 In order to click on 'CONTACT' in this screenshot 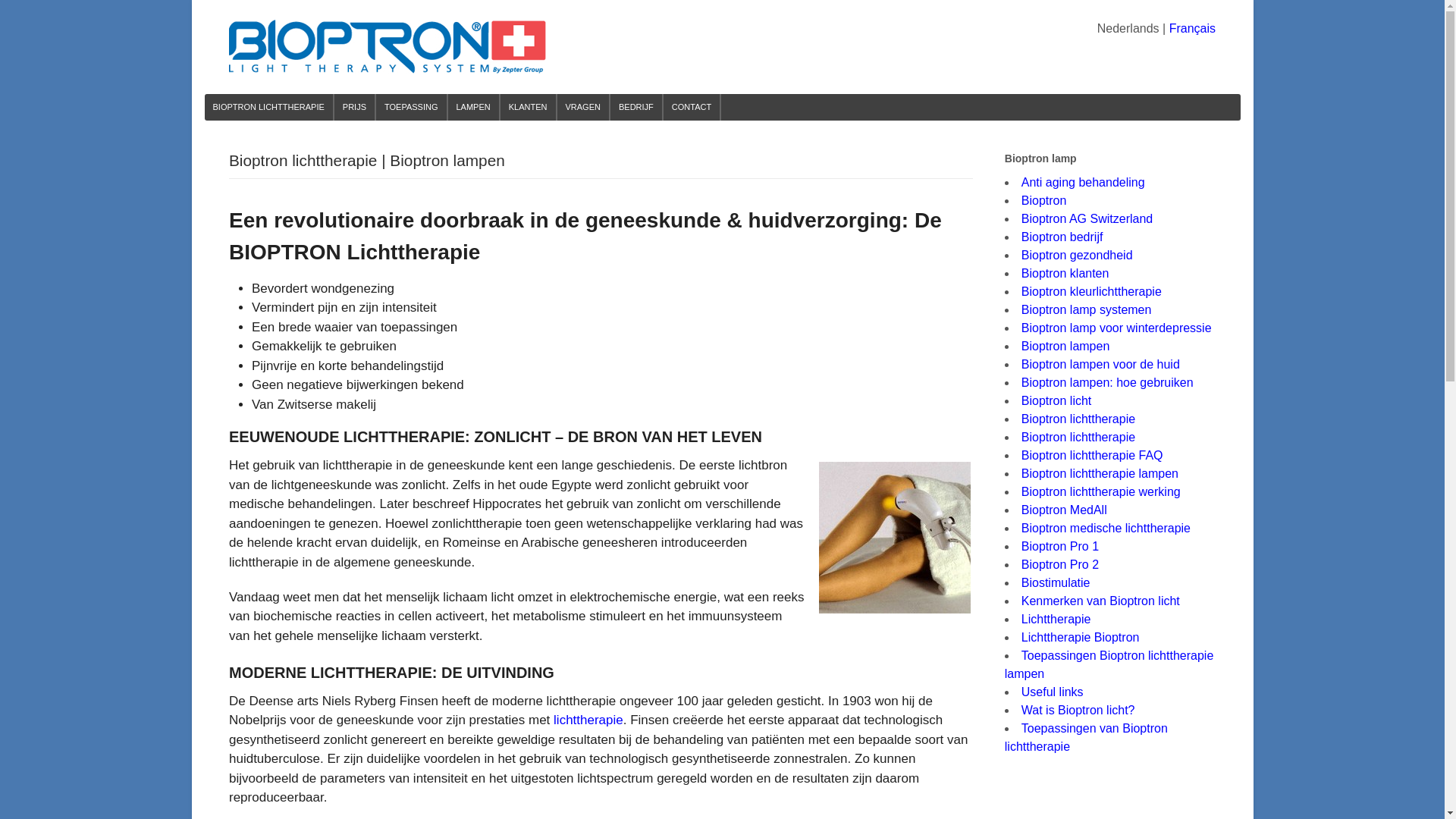, I will do `click(691, 106)`.